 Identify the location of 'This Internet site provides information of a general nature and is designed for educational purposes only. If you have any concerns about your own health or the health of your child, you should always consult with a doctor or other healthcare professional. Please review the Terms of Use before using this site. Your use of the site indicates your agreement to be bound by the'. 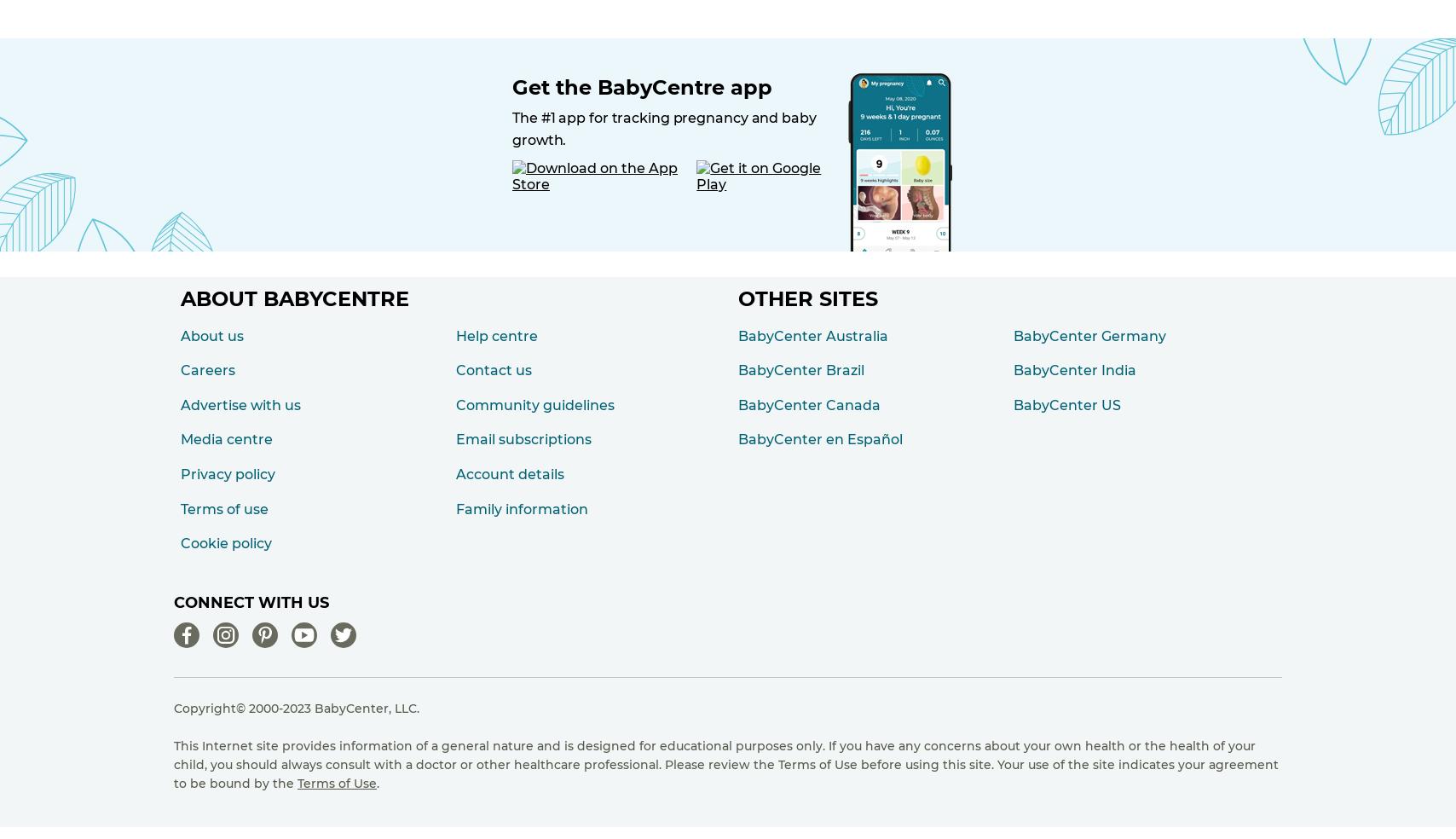
(725, 764).